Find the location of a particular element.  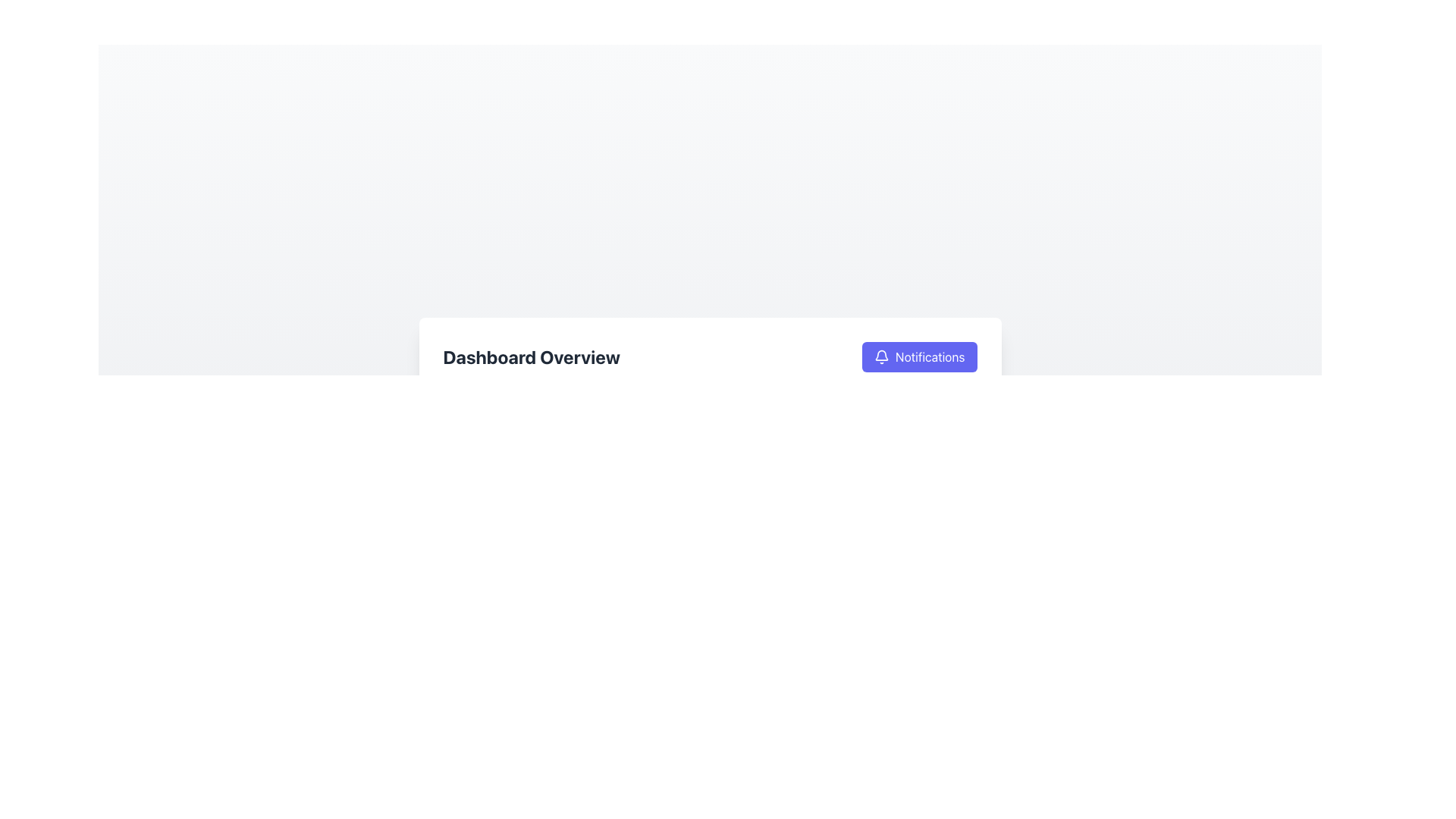

the 'Notifications' button with a deep blue background and white text located in the upper right corner of the 'Dashboard Overview' section is located at coordinates (918, 356).